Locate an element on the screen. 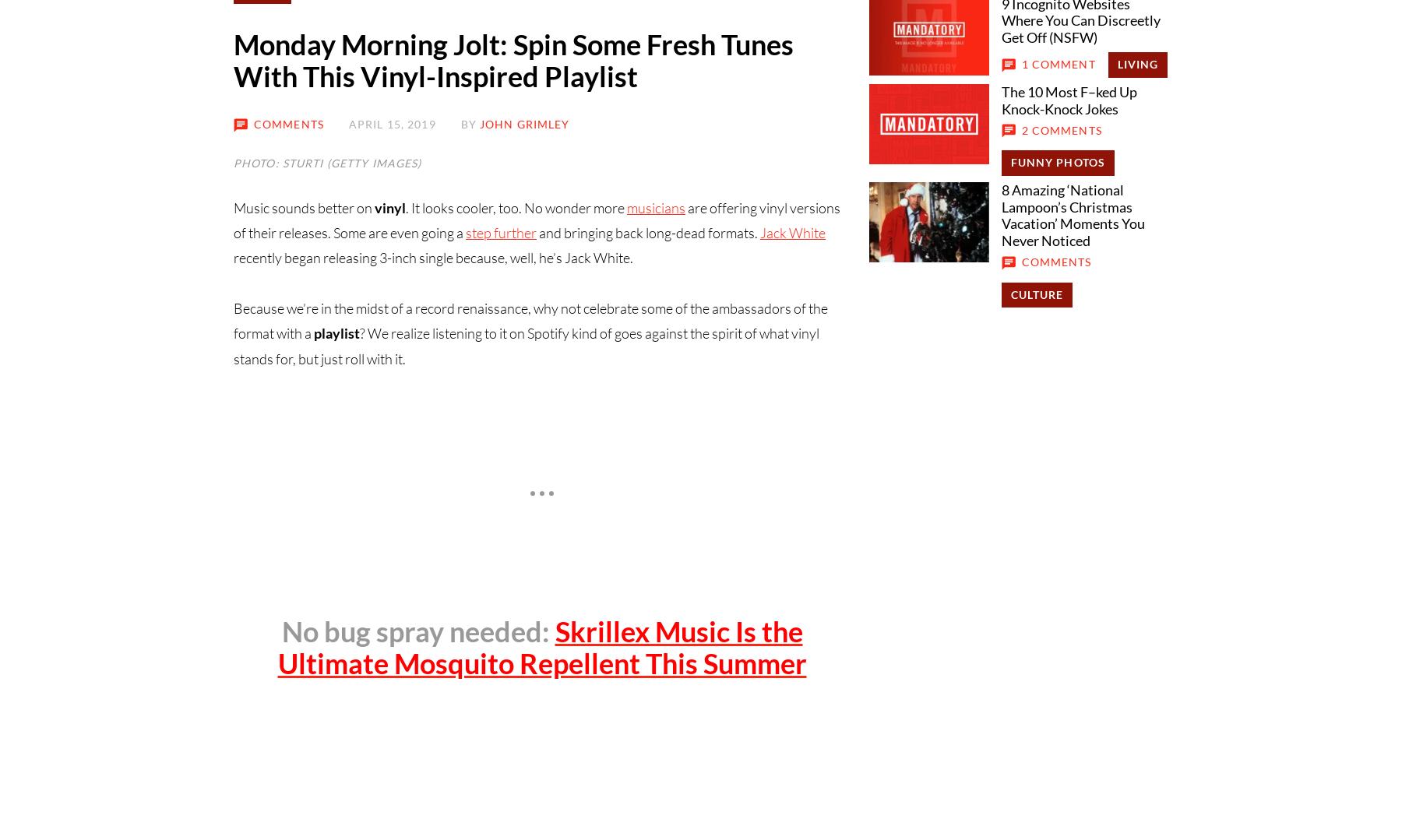 The image size is (1402, 840). ', LLC. © 2023 All Rights Reserved. | Affiliate Disclosure: Evolve Media Holdings, LLC, and its owned and operated subsidiaries may receive a small commission from the proceeds of any product(s) sold through affiliate and direct partner links.' is located at coordinates (769, 435).